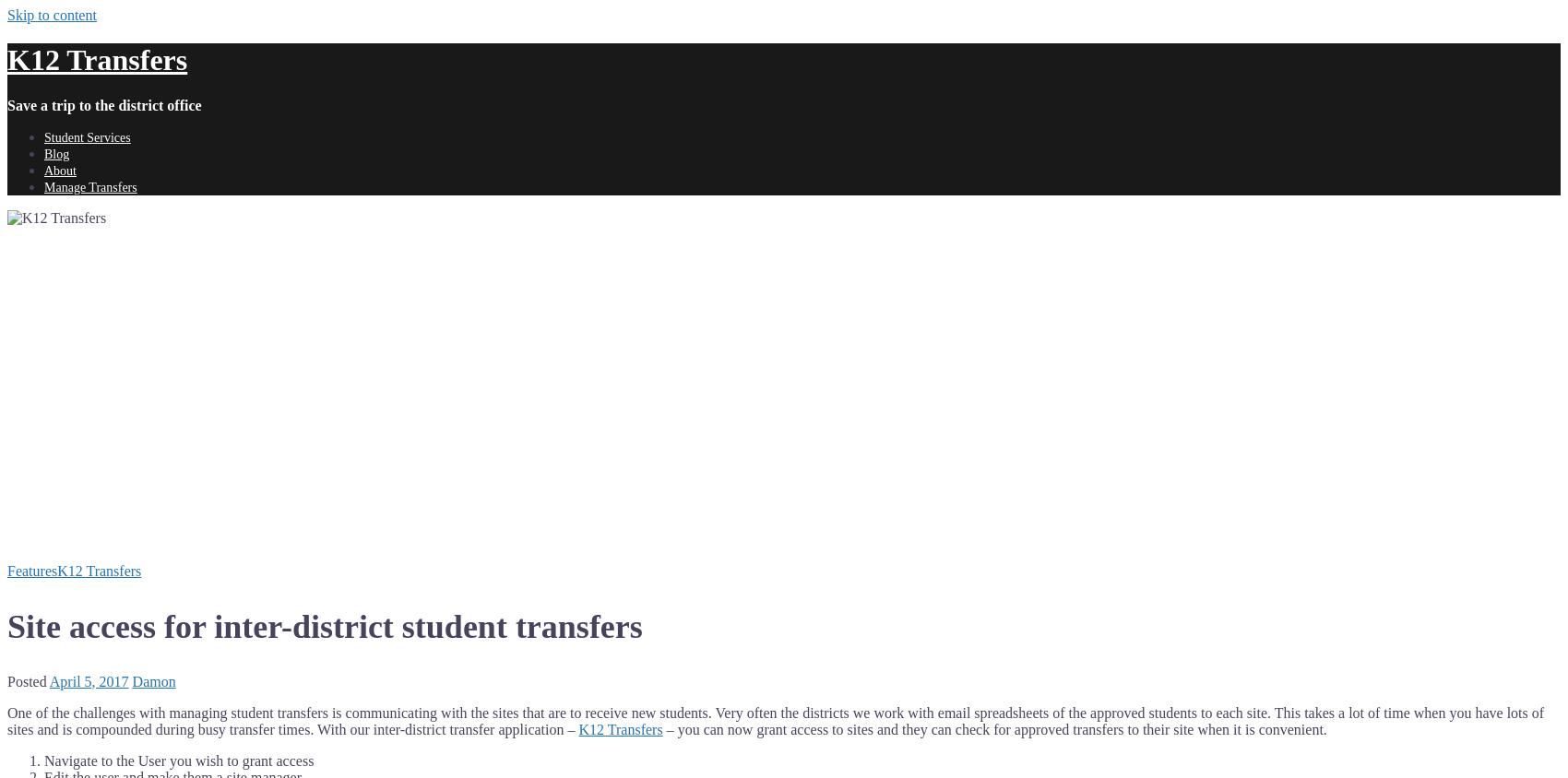 This screenshot has height=778, width=1568. Describe the element at coordinates (177, 760) in the screenshot. I see `'Navigate to the User you wish to grant access'` at that location.